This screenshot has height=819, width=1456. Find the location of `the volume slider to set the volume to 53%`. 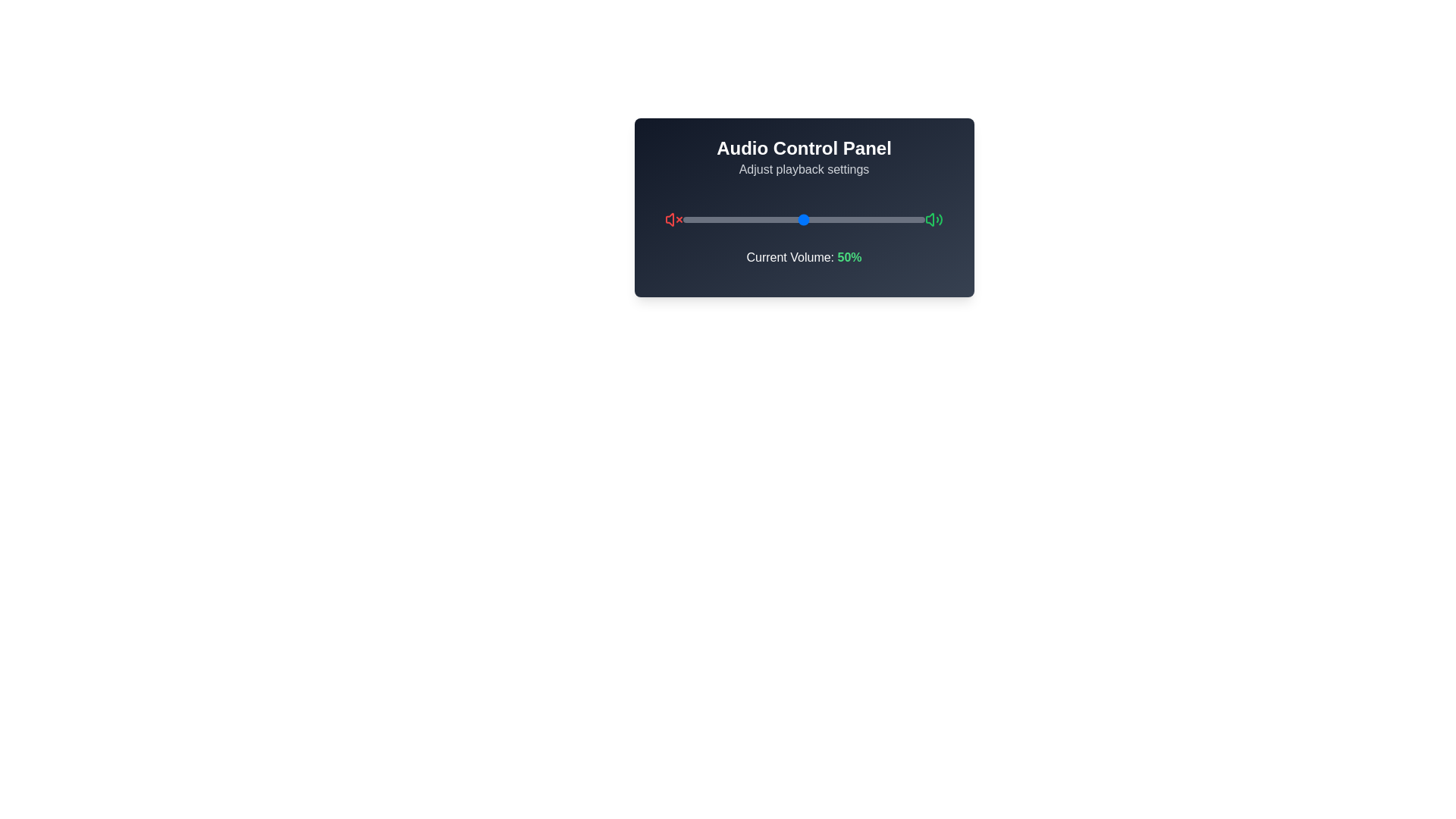

the volume slider to set the volume to 53% is located at coordinates (811, 219).